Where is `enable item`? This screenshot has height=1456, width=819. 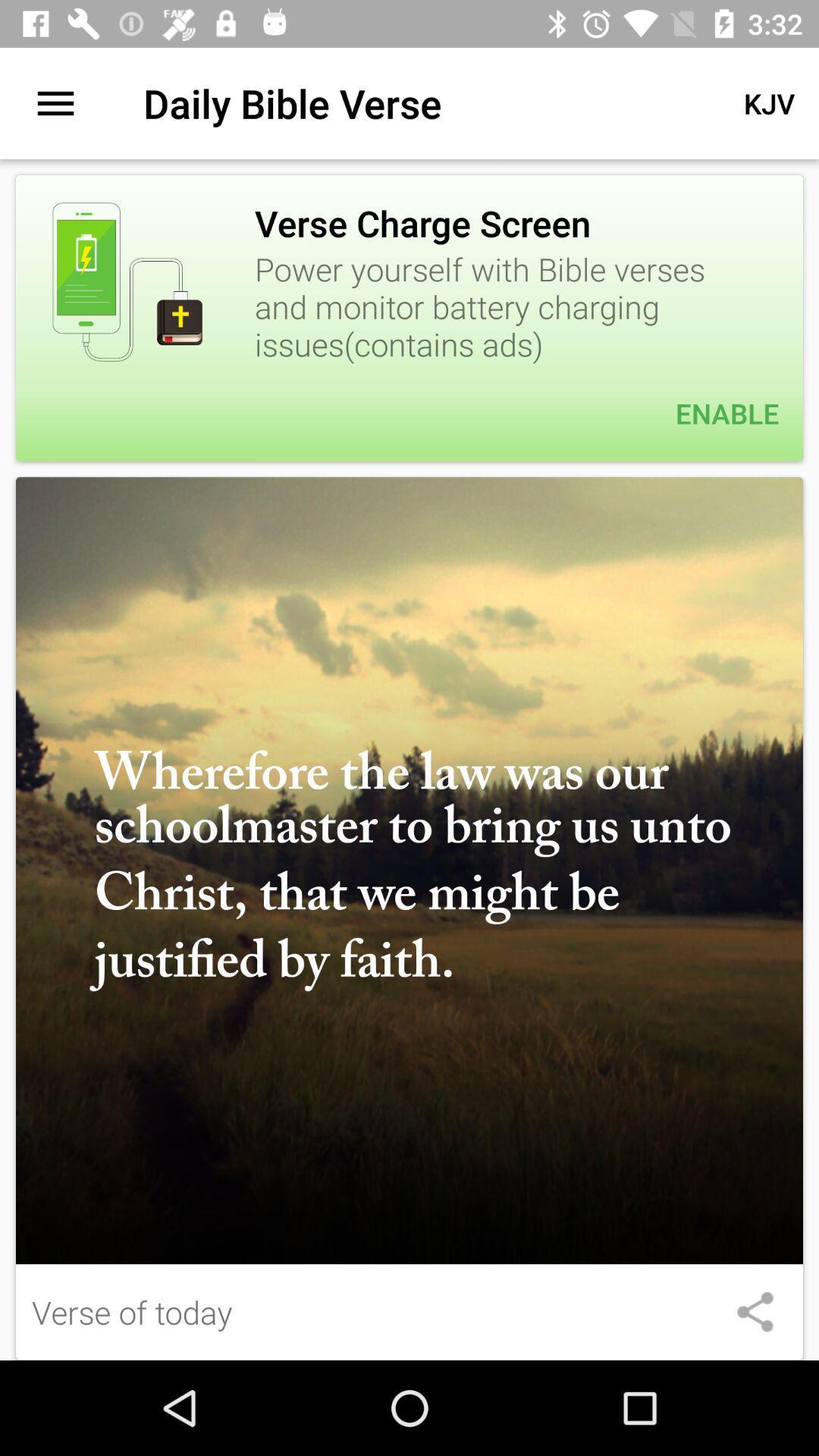 enable item is located at coordinates (409, 413).